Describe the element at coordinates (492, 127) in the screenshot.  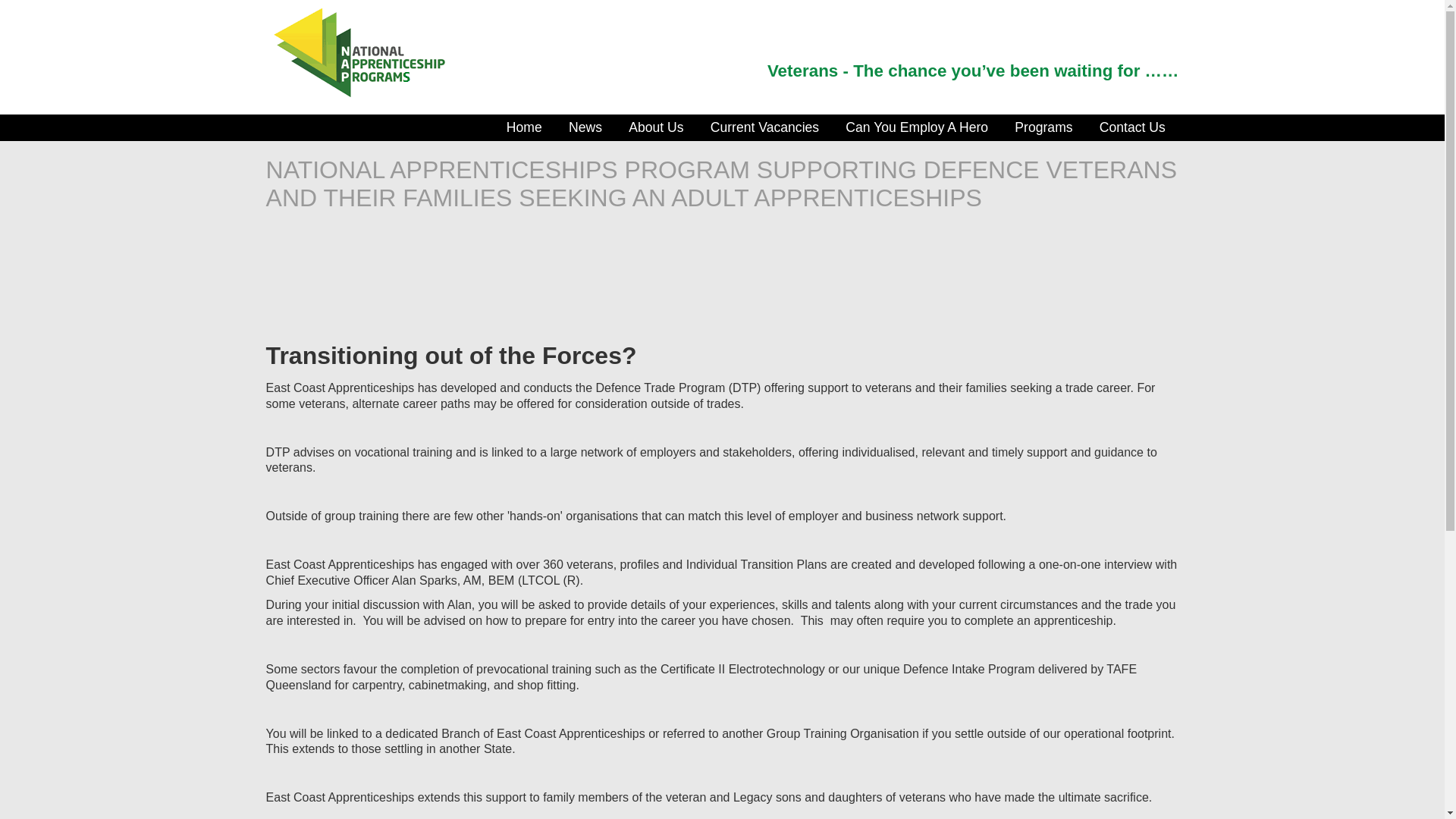
I see `'Home'` at that location.